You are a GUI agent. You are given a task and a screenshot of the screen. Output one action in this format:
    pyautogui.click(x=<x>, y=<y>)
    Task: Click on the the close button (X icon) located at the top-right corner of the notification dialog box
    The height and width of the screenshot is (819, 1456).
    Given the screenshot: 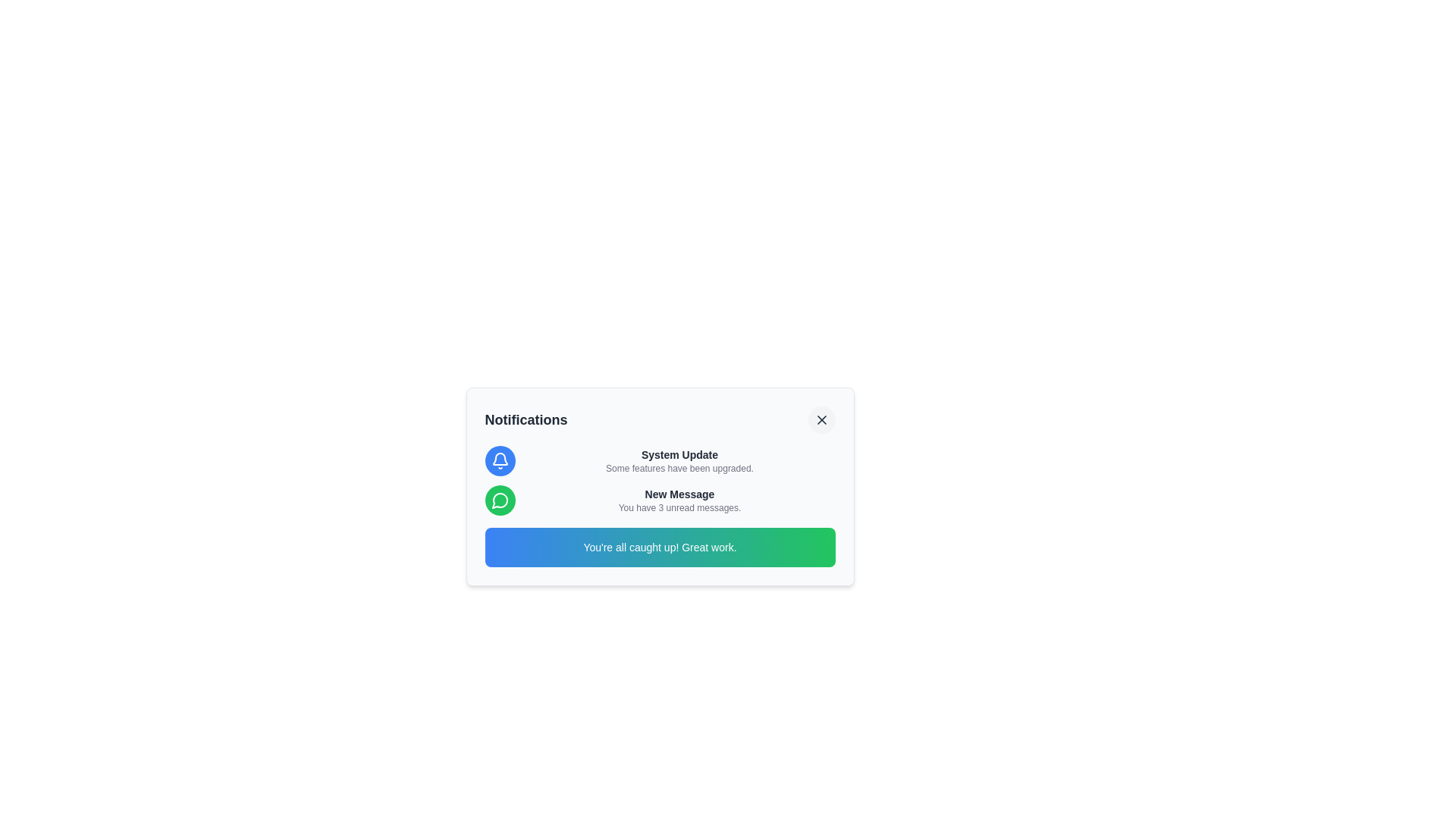 What is the action you would take?
    pyautogui.click(x=821, y=420)
    